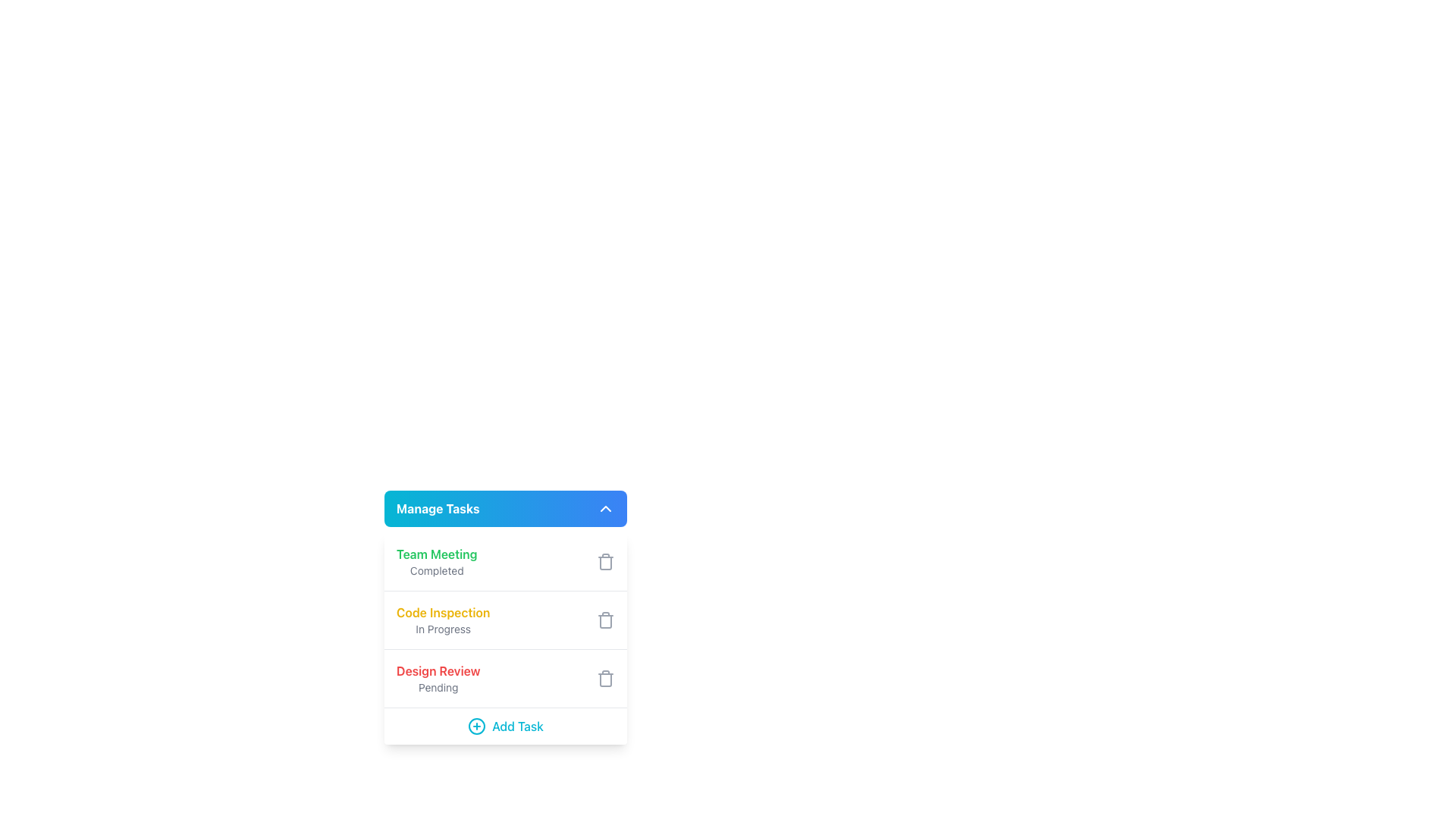 The width and height of the screenshot is (1456, 819). I want to click on the static text label 'Code Inspection', which is styled in bold yellow font and is part of a task management interface, positioned above the 'In Progress' tag, so click(442, 611).